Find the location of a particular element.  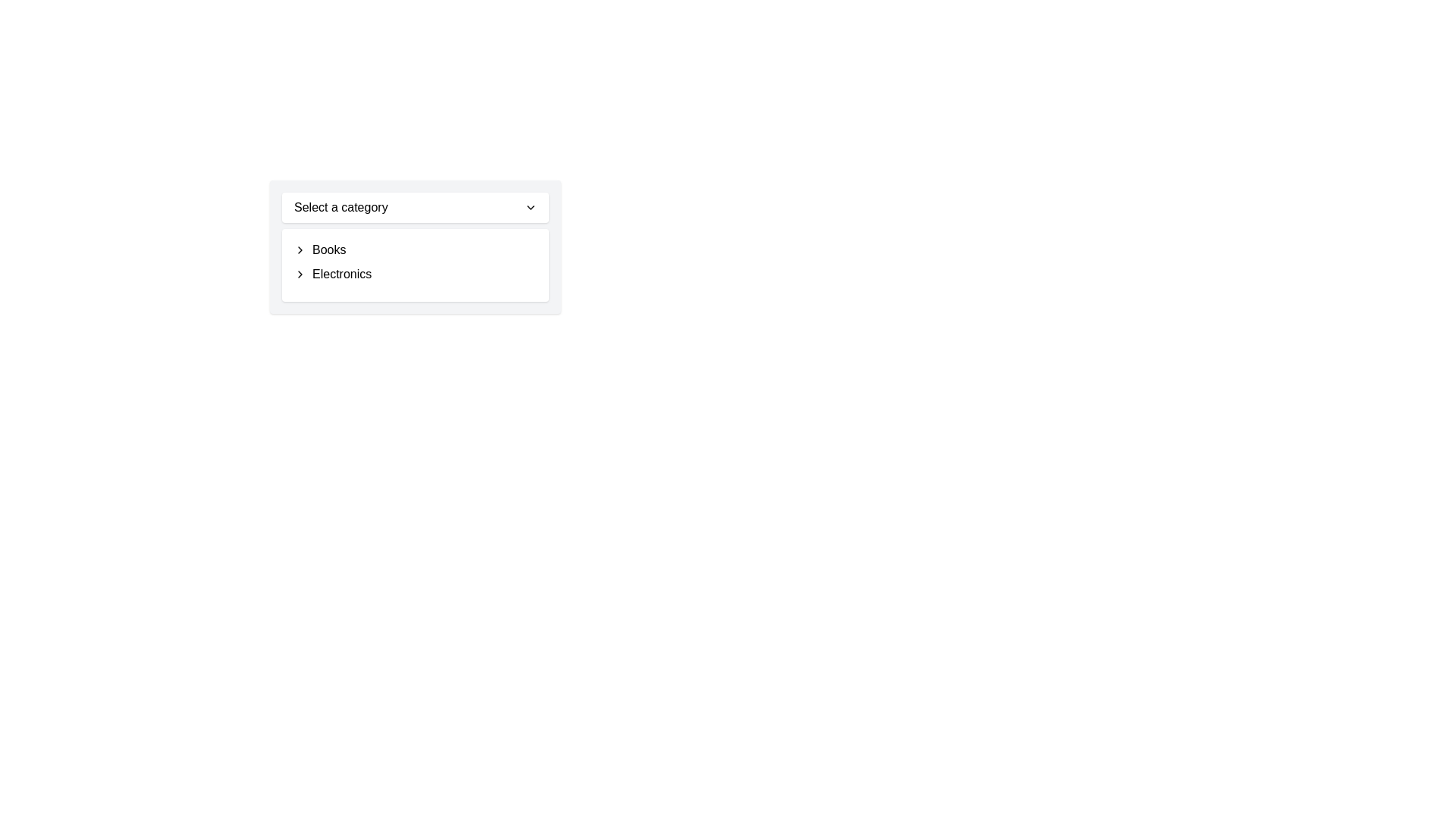

the chevron icon located to the left of the 'Electronics' text in the second item of the dropdown menu is located at coordinates (300, 275).